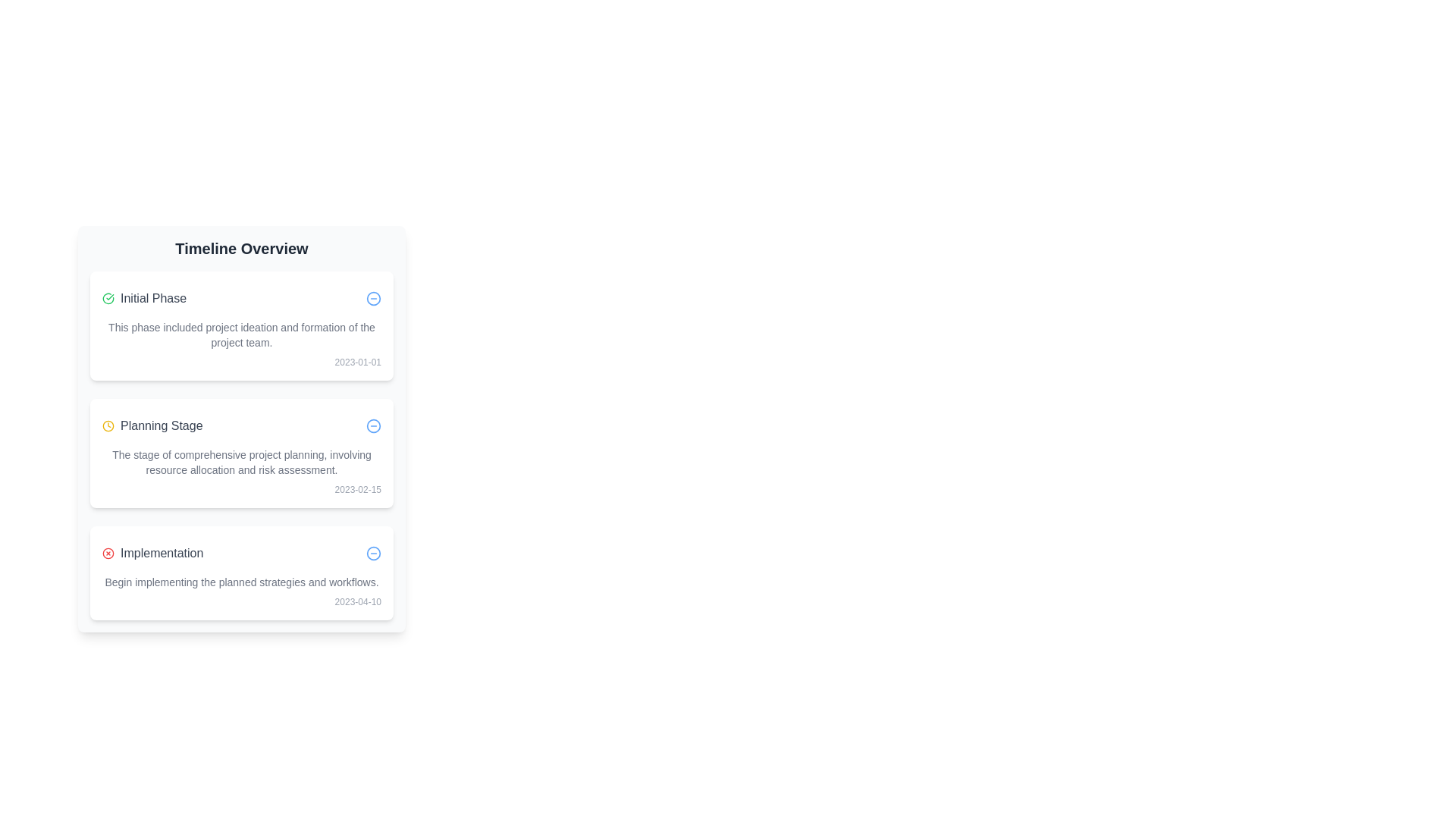 This screenshot has height=819, width=1456. What do you see at coordinates (108, 426) in the screenshot?
I see `the yellow circular outline in the center of the clock icon for the 'Planning Stage' timeline entry in the 'Timeline Overview' section` at bounding box center [108, 426].